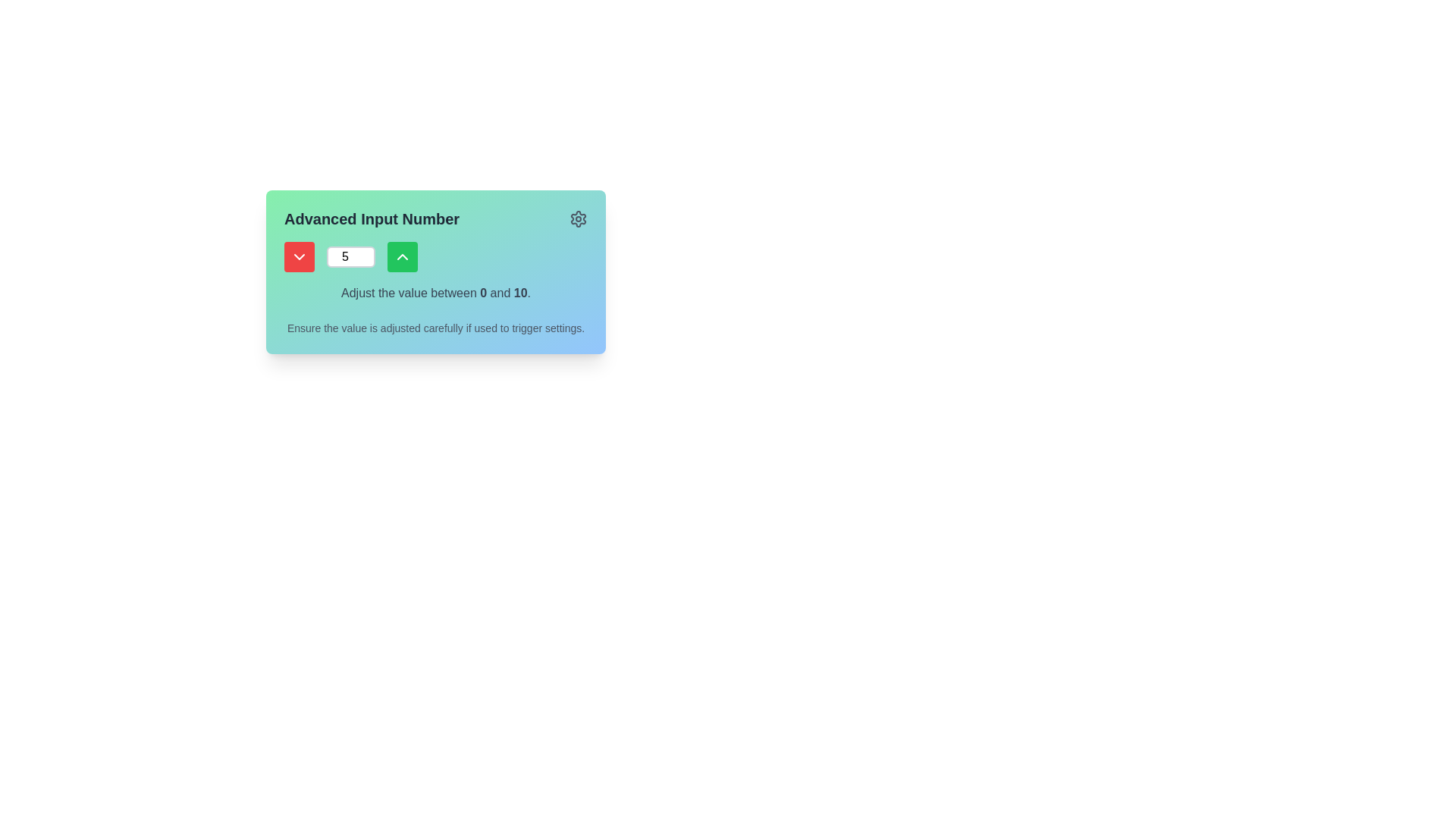 The width and height of the screenshot is (1456, 819). I want to click on the button with the chevron-up icon located to the right of the value input field in the 'Advanced Input Number' component to increase the displayed numeric value by one unit, so click(403, 256).